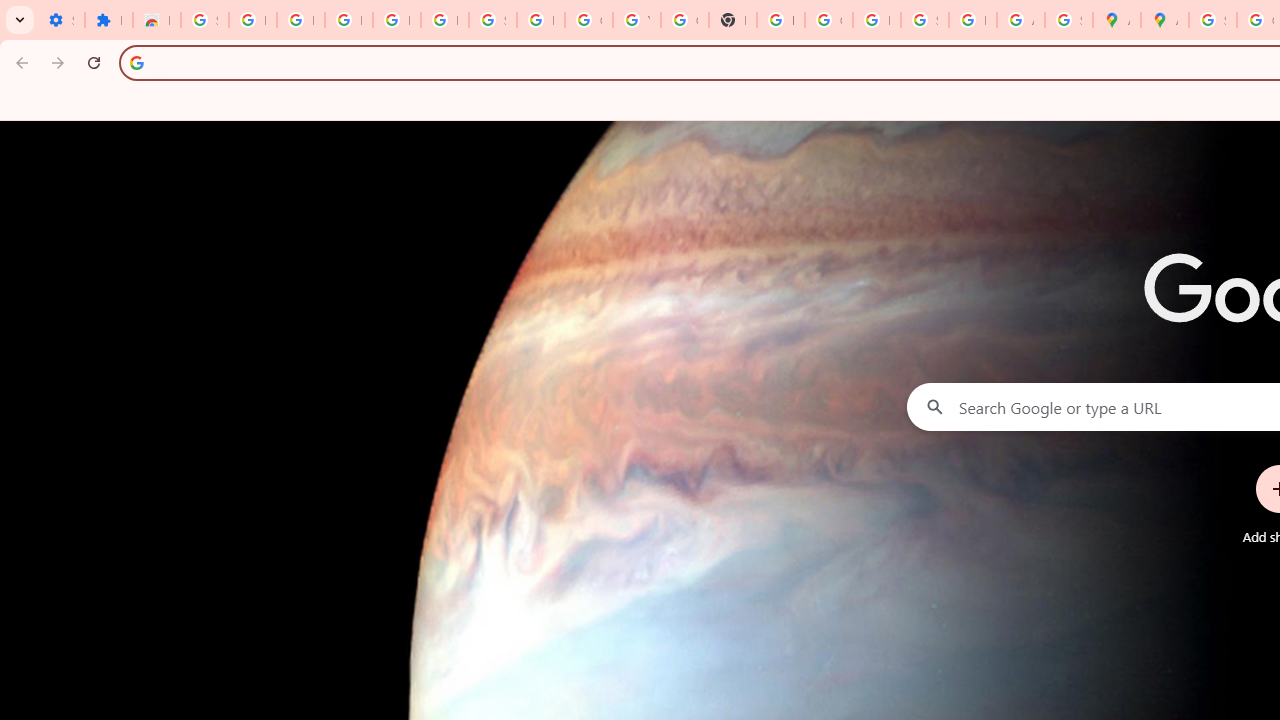 The width and height of the screenshot is (1280, 720). What do you see at coordinates (60, 20) in the screenshot?
I see `'Settings - On startup'` at bounding box center [60, 20].